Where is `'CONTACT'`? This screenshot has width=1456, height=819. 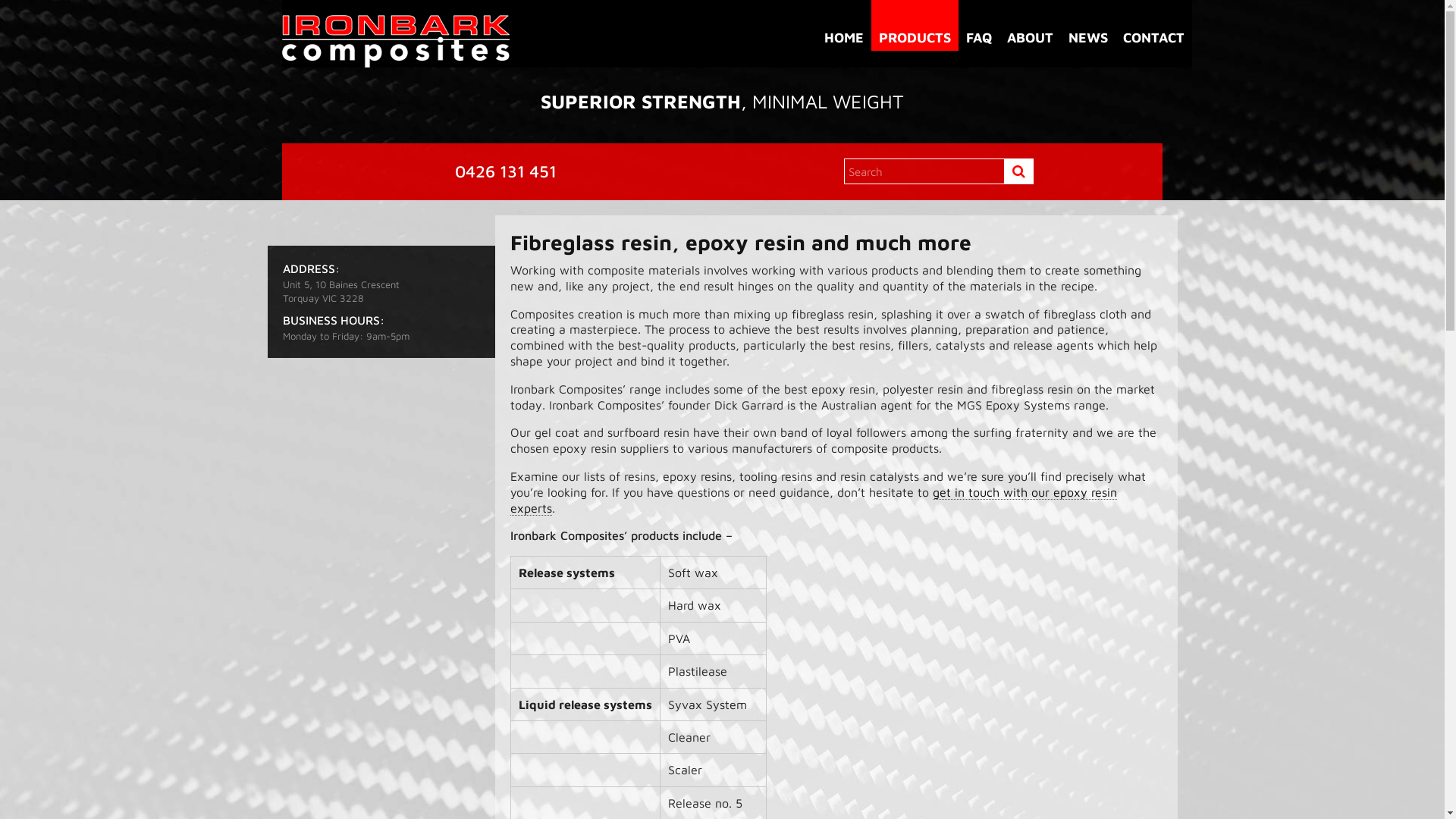
'CONTACT' is located at coordinates (1153, 25).